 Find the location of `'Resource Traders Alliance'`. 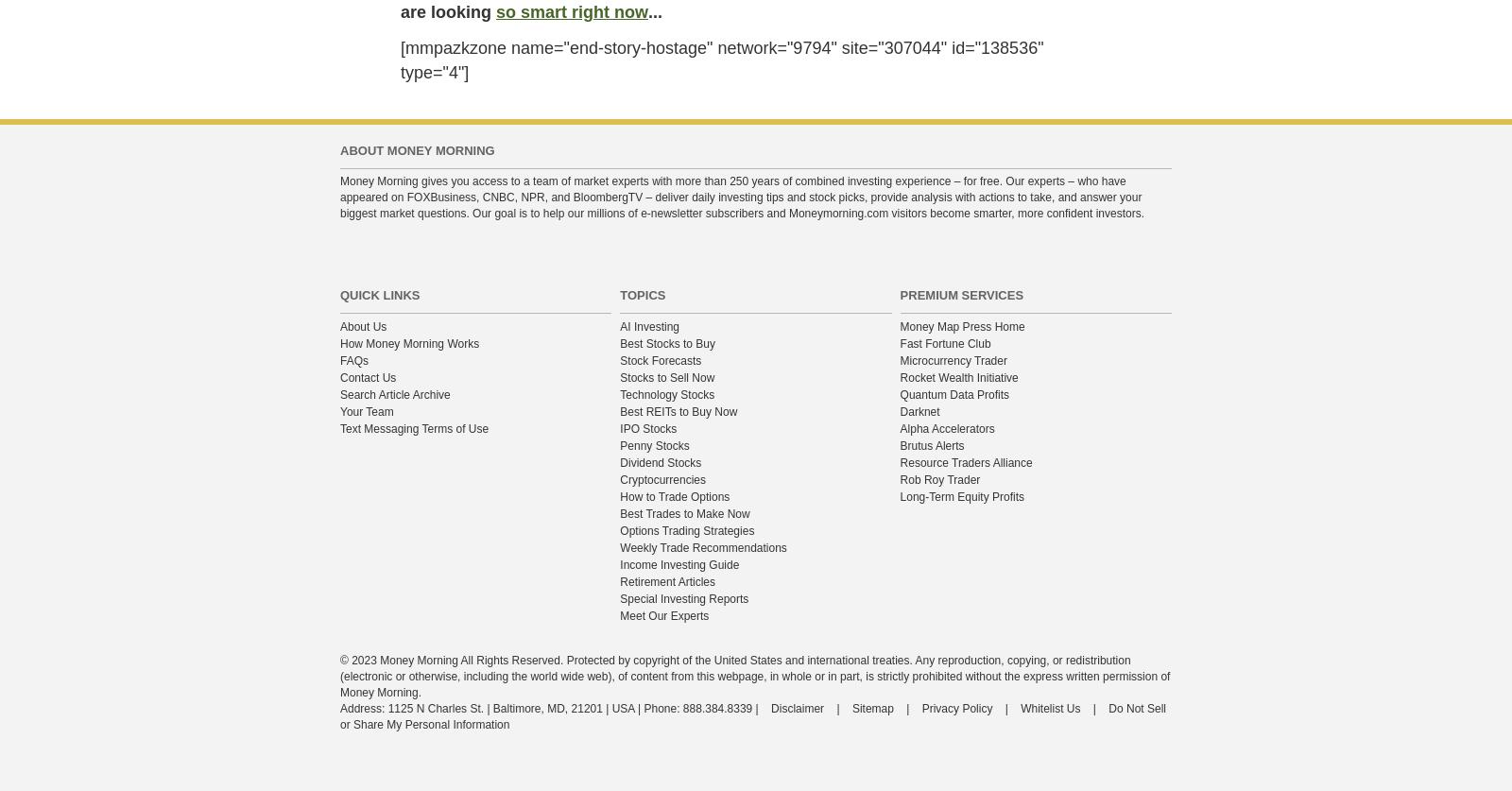

'Resource Traders Alliance' is located at coordinates (965, 461).